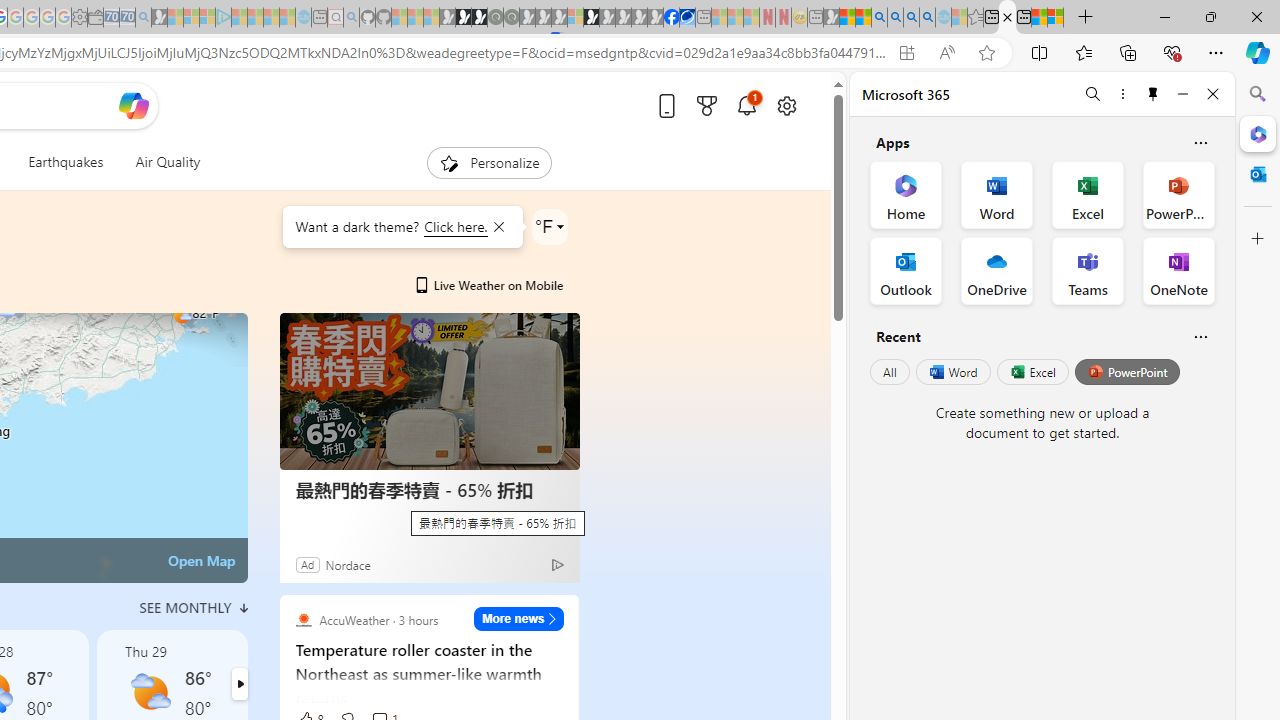 The width and height of the screenshot is (1280, 720). Describe the element at coordinates (167, 162) in the screenshot. I see `'Air Quality'` at that location.